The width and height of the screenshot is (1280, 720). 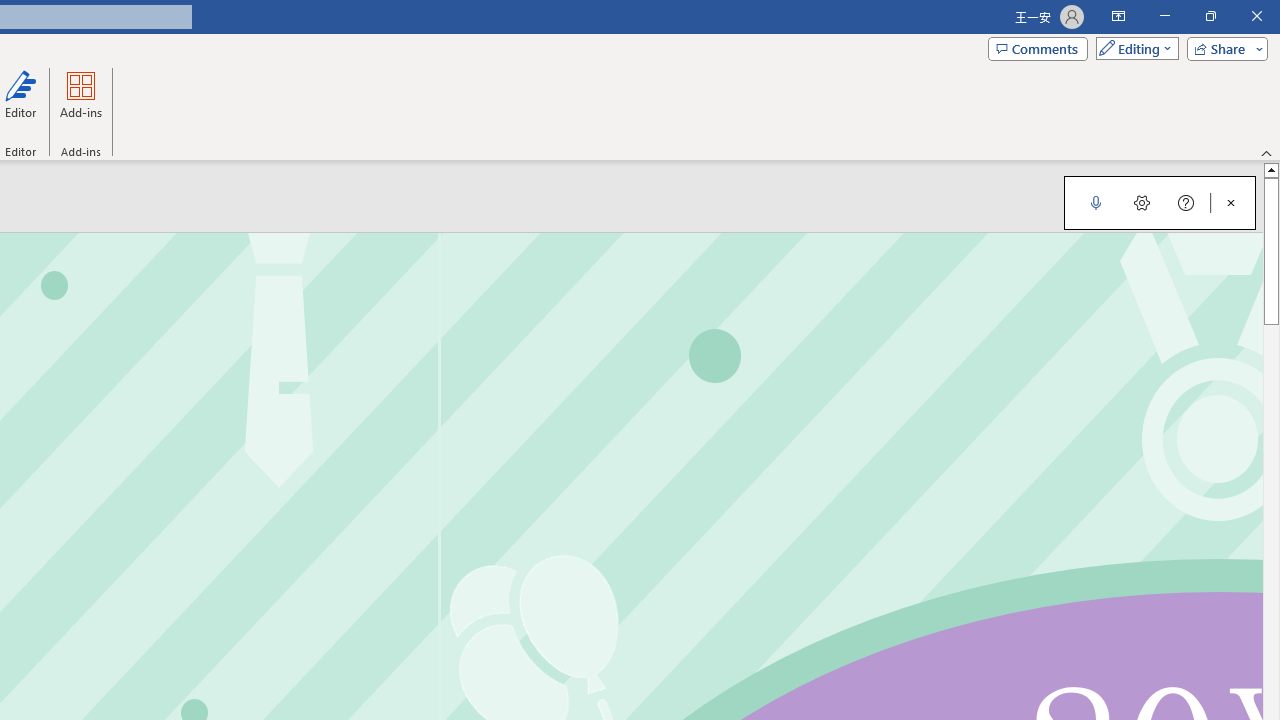 I want to click on 'Dictation Settings', so click(x=1142, y=203).